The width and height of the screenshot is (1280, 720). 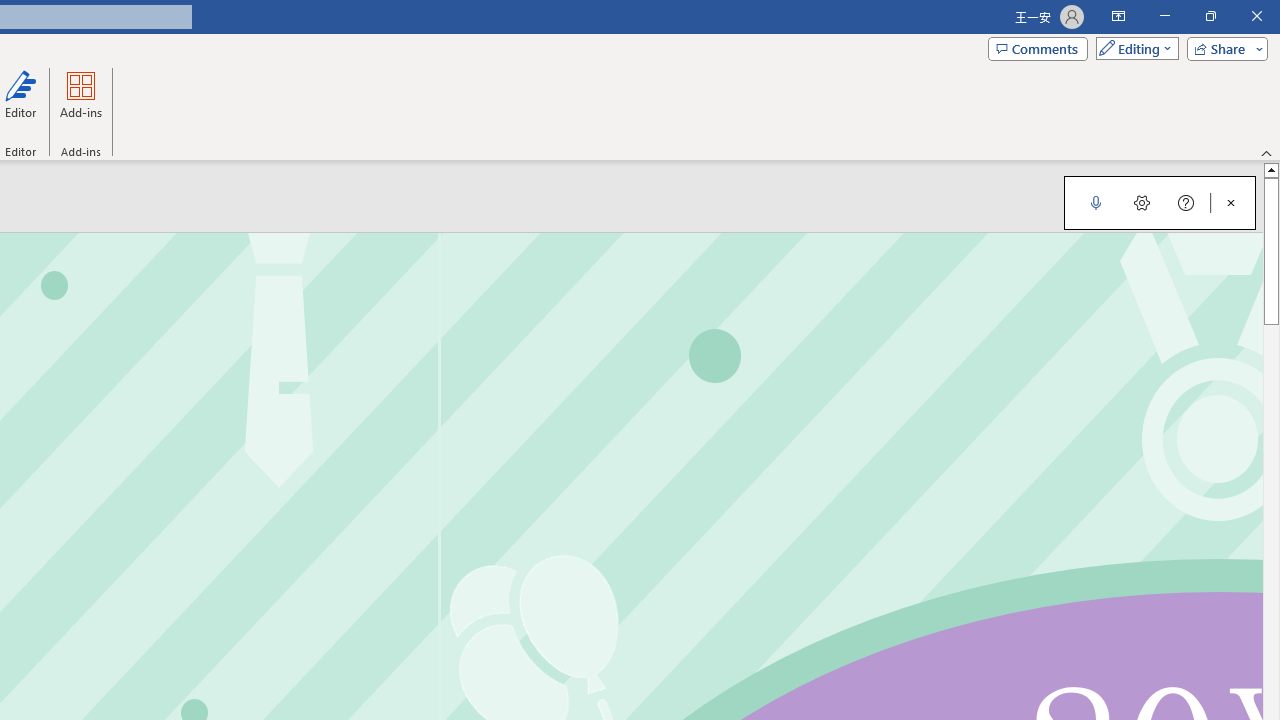 I want to click on 'Dictation Settings', so click(x=1142, y=203).